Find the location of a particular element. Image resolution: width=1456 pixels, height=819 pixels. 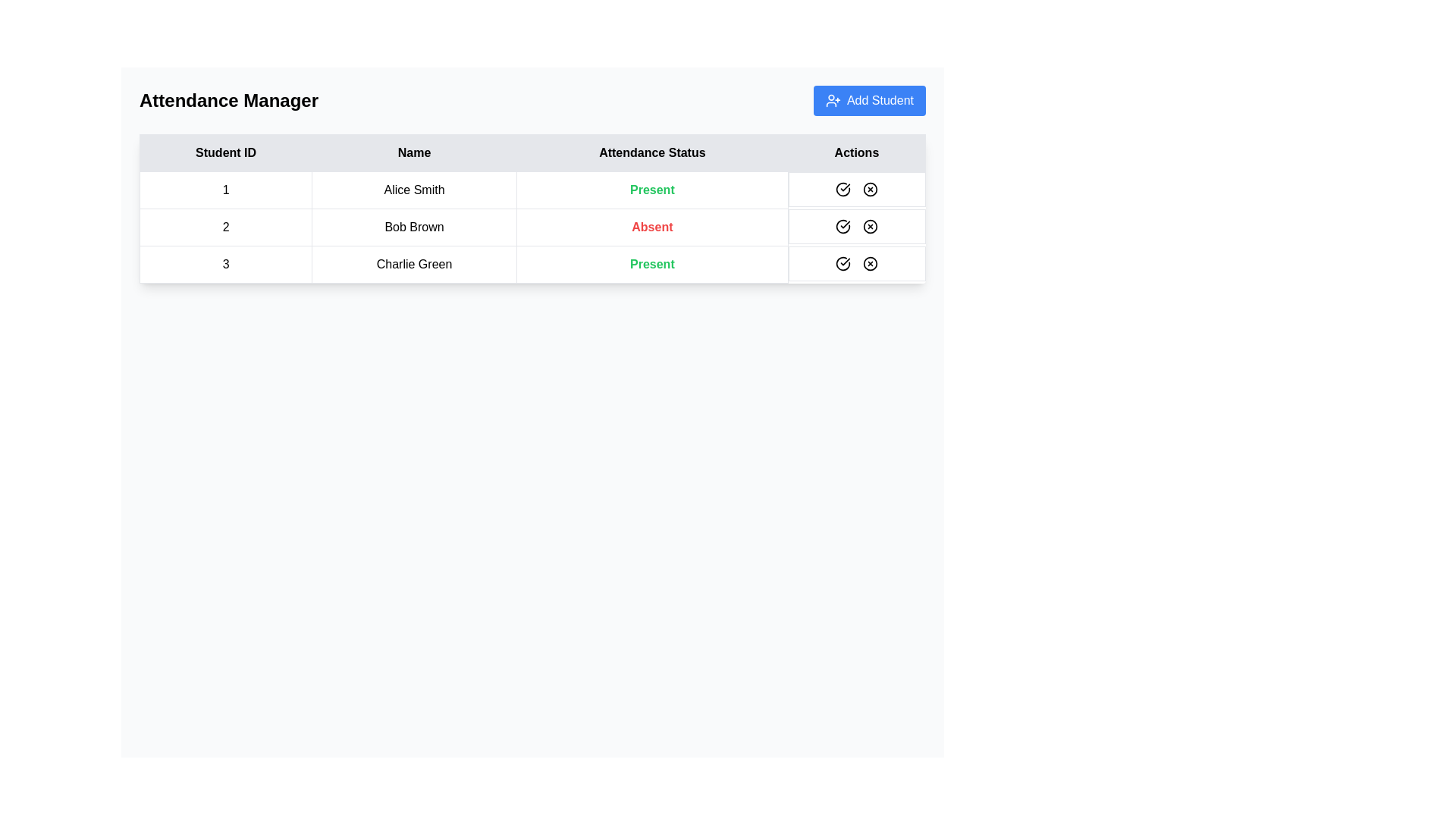

the icon depicting a user with a plus sign, located within the 'Add Student' button in the top-right corner of the interface is located at coordinates (833, 100).